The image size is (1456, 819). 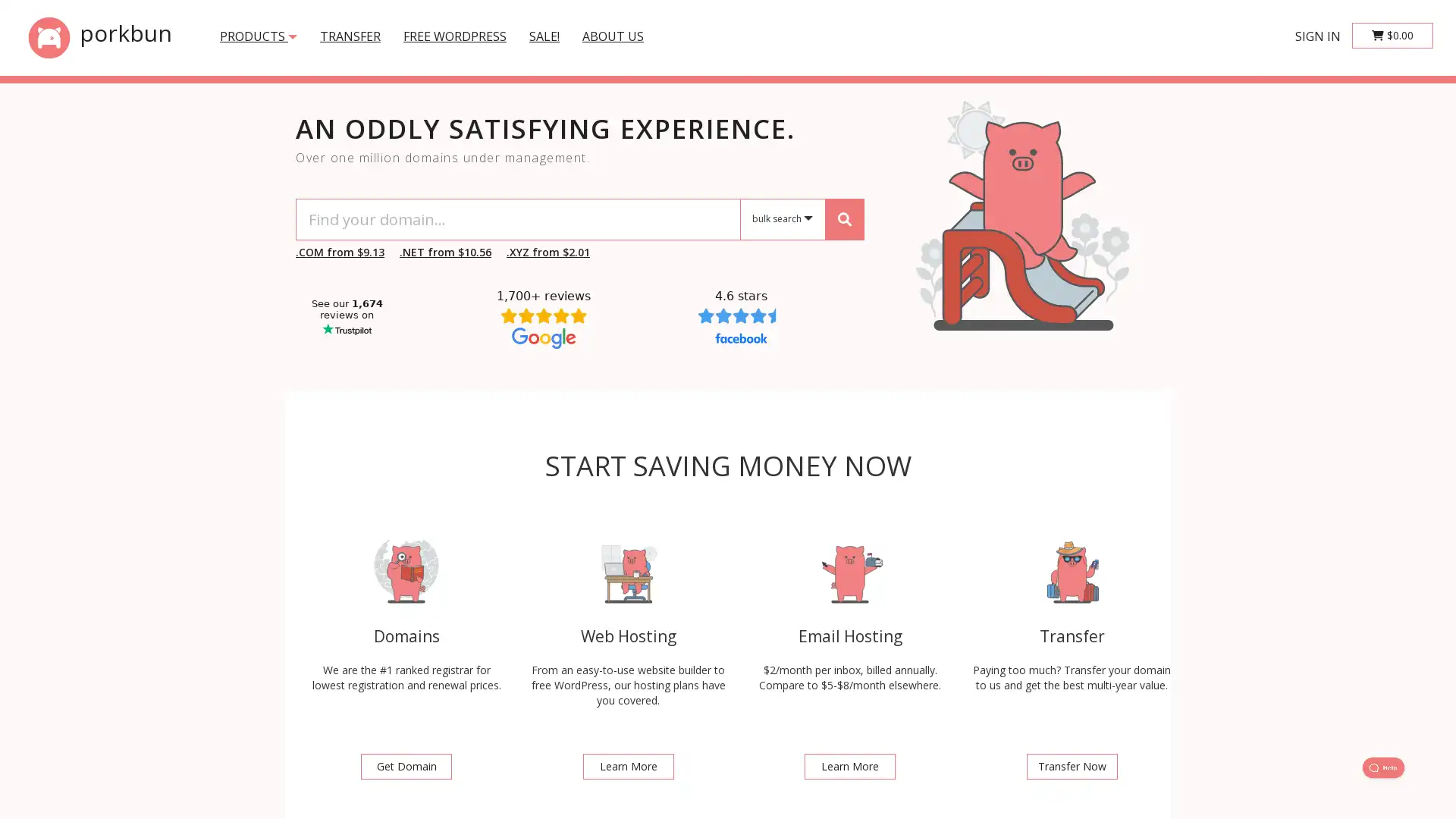 What do you see at coordinates (843, 218) in the screenshot?
I see `submit search` at bounding box center [843, 218].